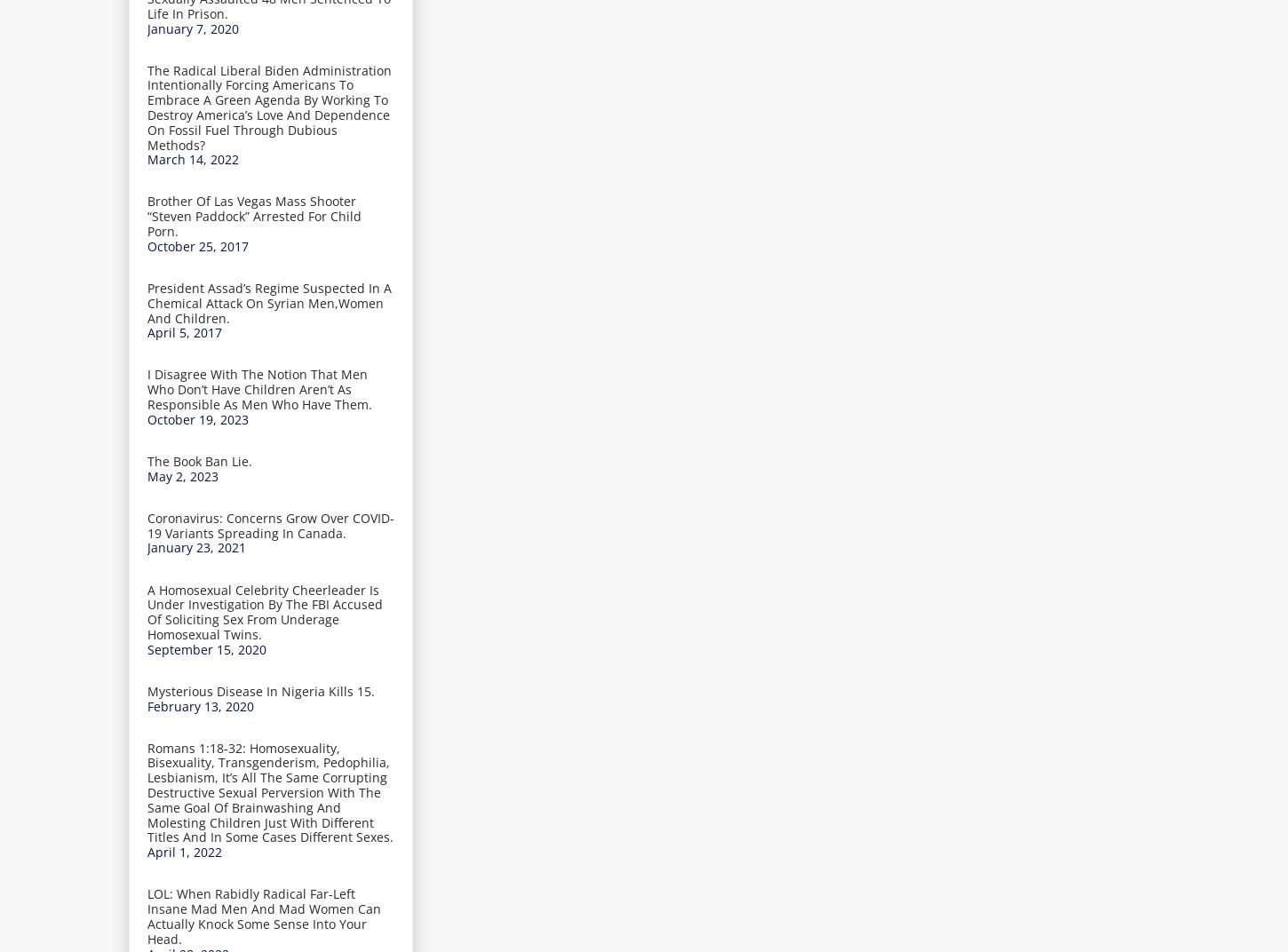 Image resolution: width=1288 pixels, height=952 pixels. Describe the element at coordinates (147, 302) in the screenshot. I see `'President Assad’s Regime Suspected In A Chemical Attack On Syrian Men,Women And Children.'` at that location.